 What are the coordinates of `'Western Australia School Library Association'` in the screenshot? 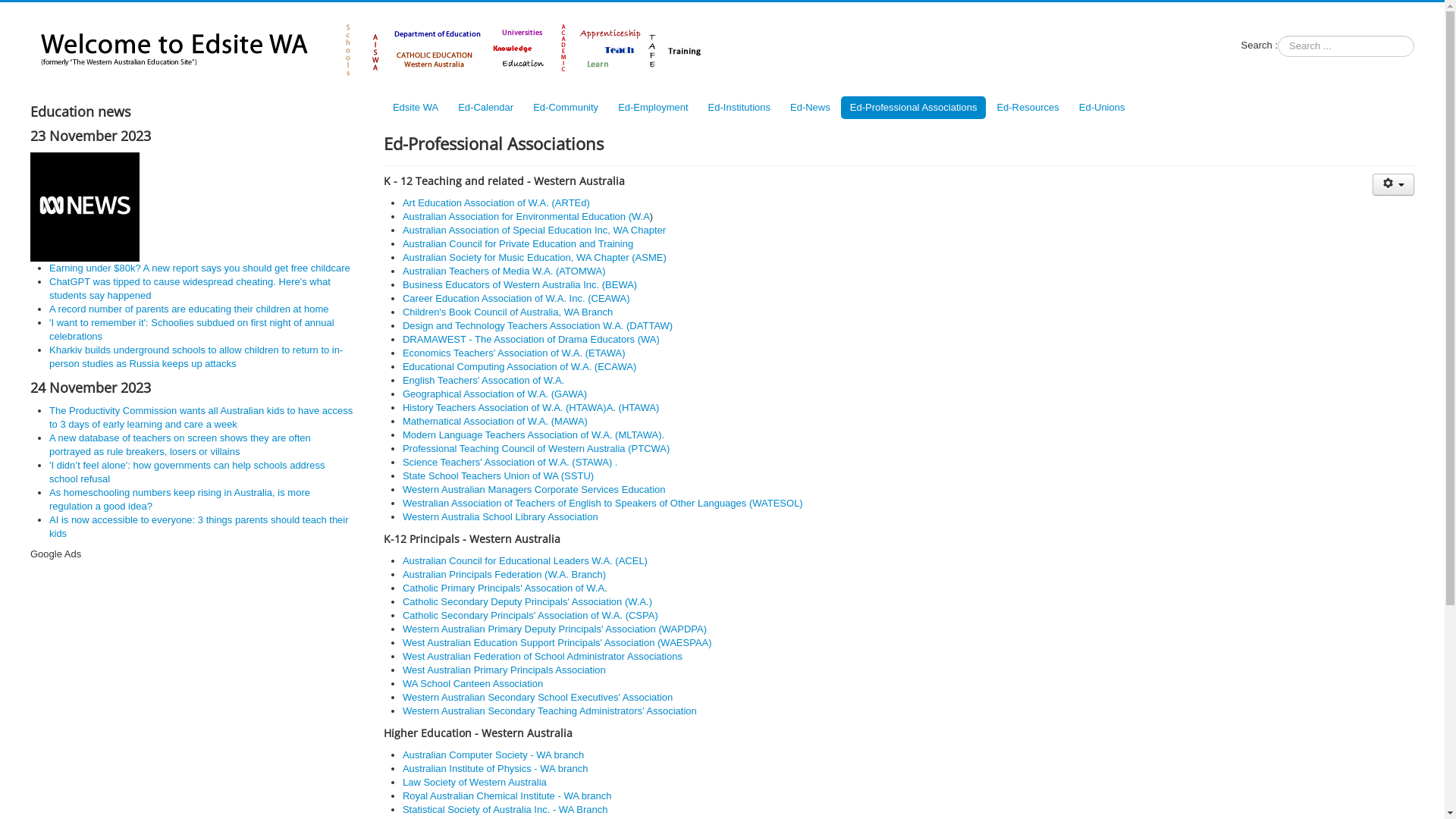 It's located at (500, 516).